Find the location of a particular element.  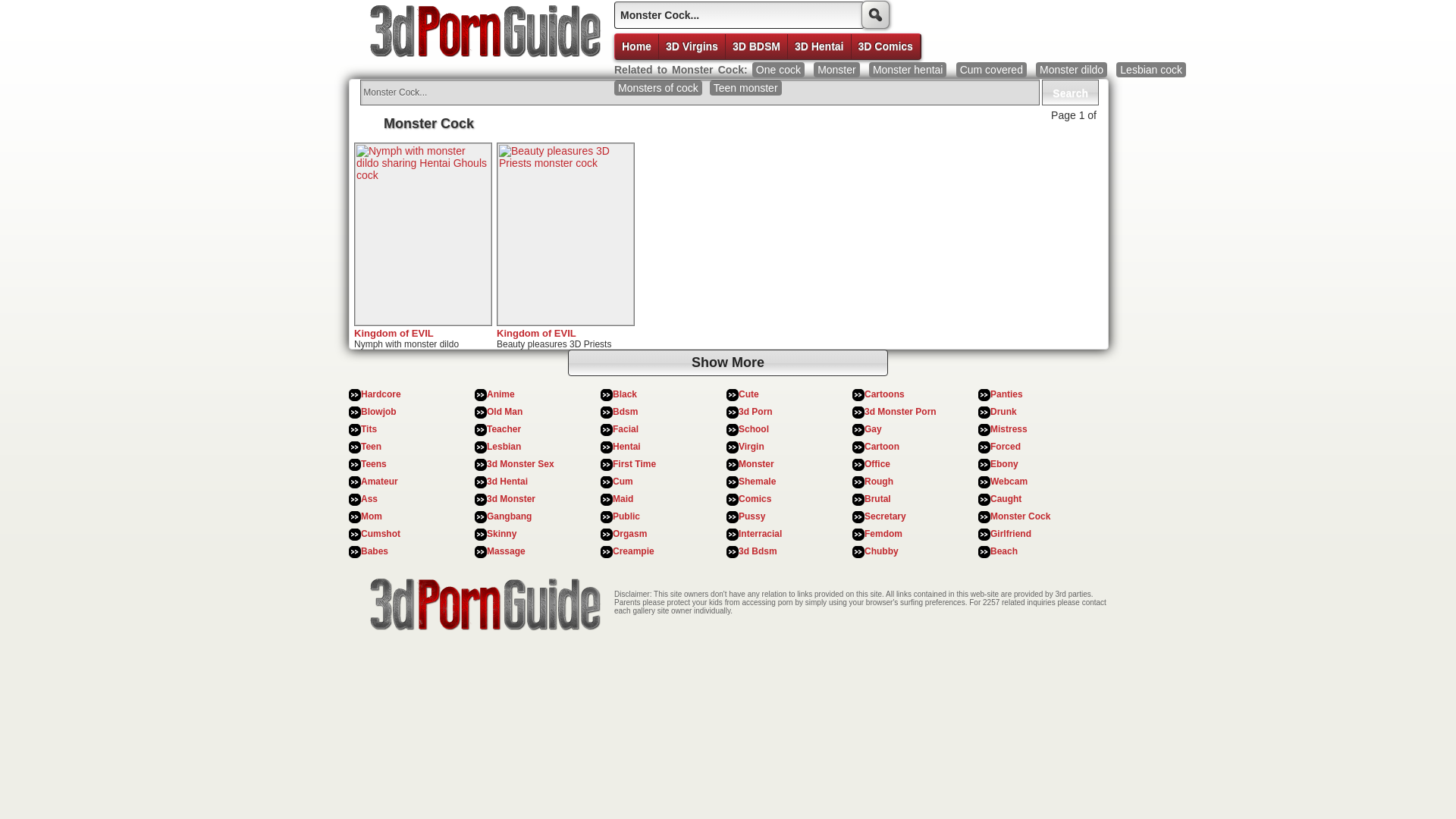

'Office' is located at coordinates (864, 463).